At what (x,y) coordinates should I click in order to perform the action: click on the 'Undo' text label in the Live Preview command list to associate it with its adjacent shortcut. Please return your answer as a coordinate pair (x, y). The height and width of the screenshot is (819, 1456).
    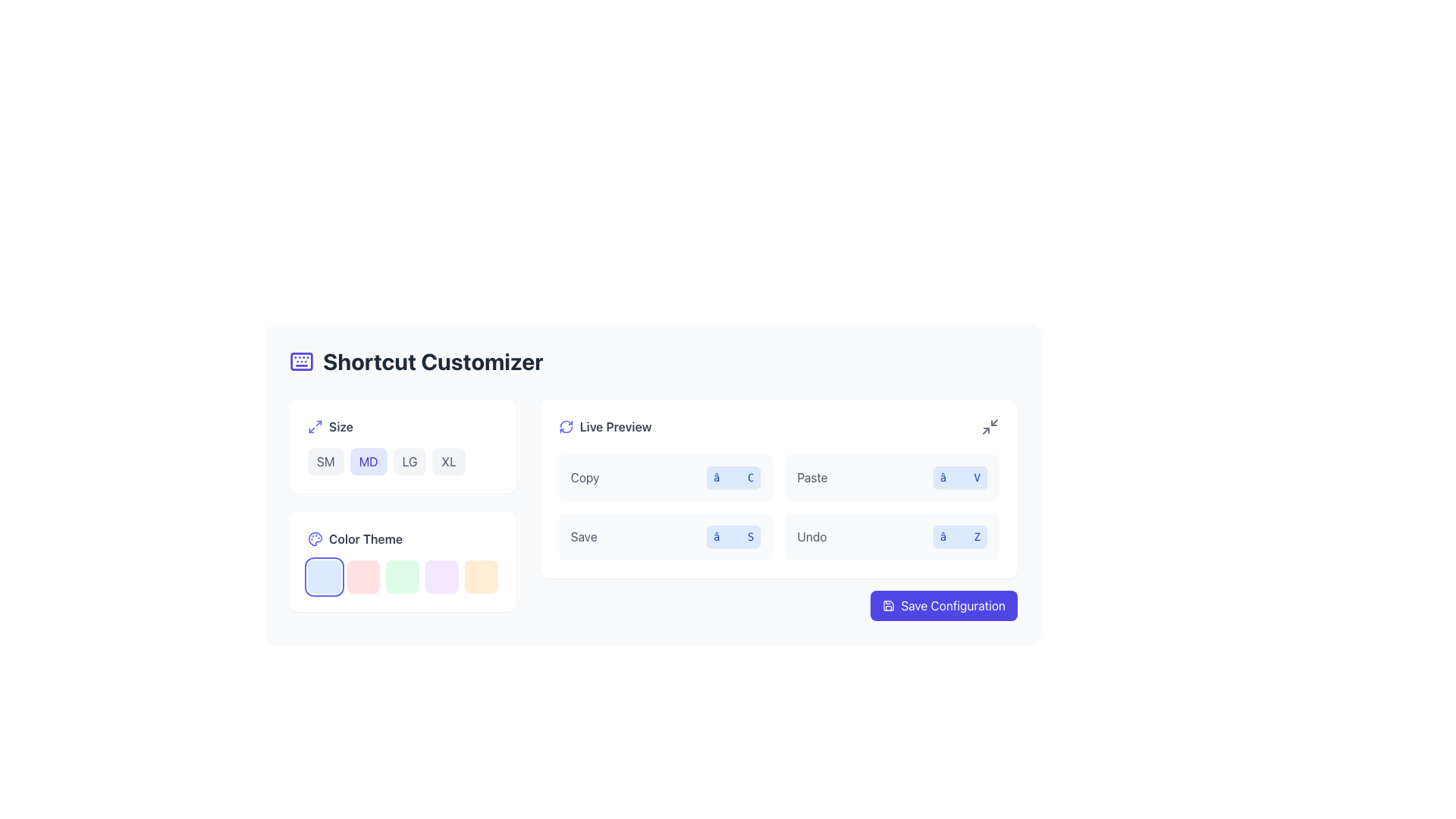
    Looking at the image, I should click on (811, 536).